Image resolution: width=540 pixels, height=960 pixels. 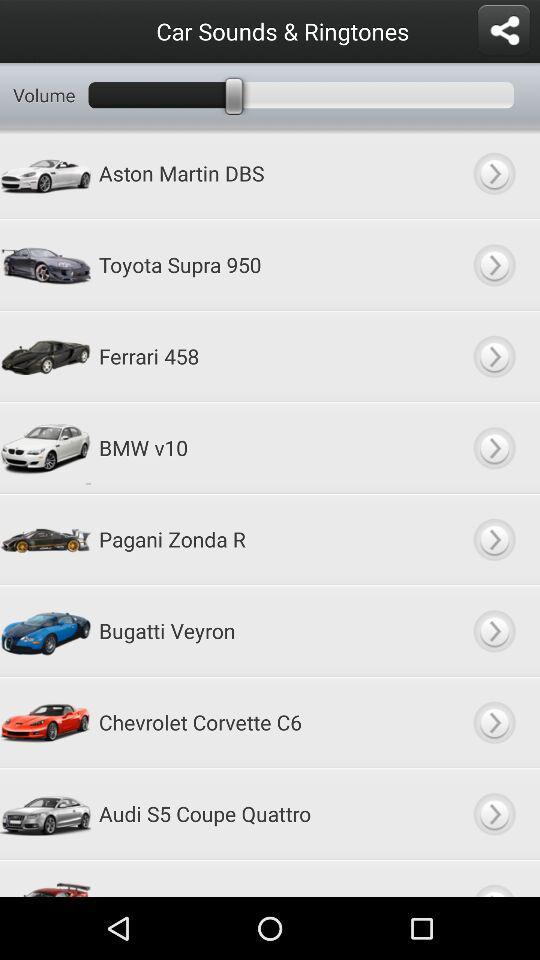 I want to click on go forward option, so click(x=493, y=538).